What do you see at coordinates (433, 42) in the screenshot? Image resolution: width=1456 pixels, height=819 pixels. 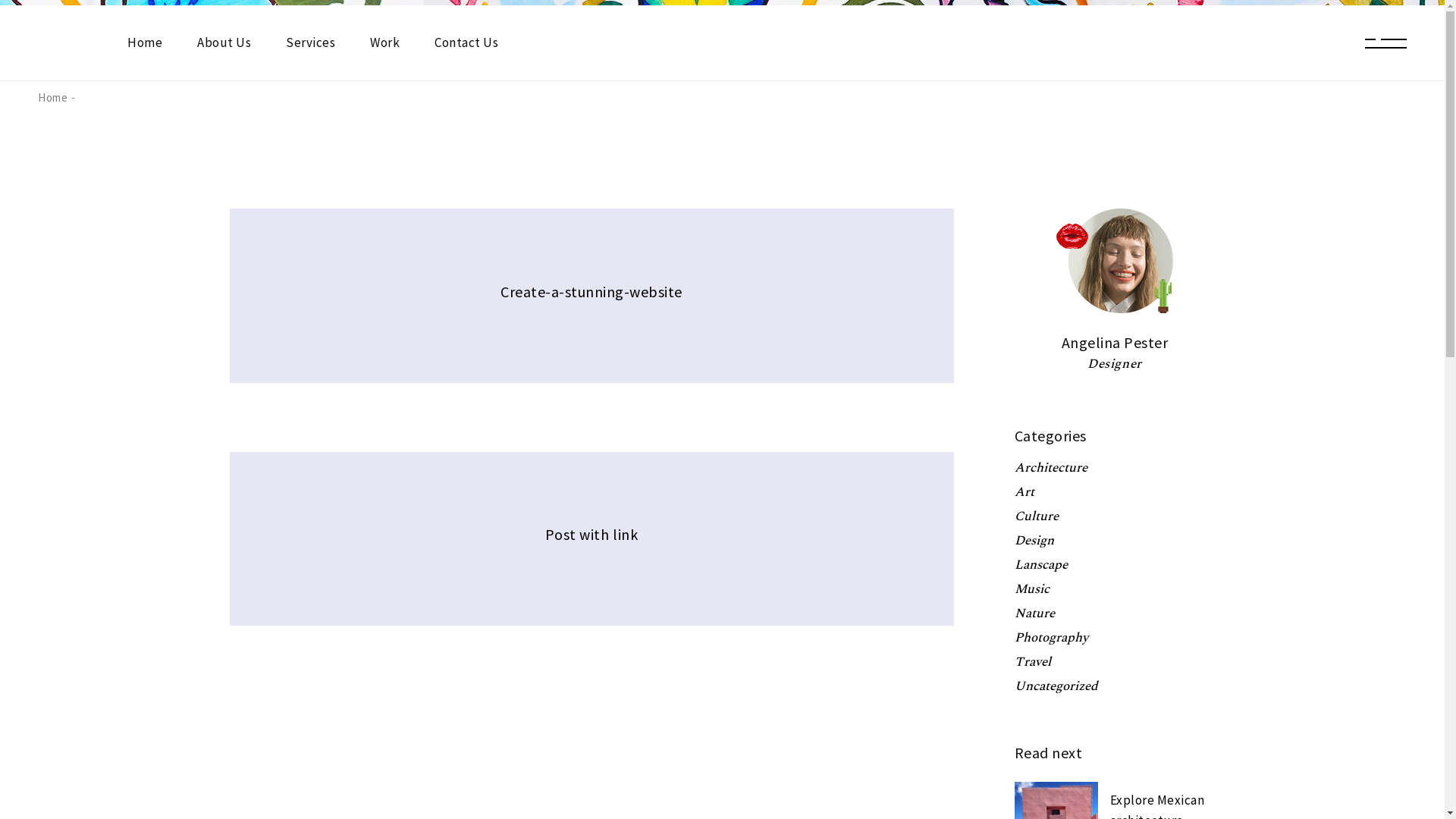 I see `'Contact Us'` at bounding box center [433, 42].